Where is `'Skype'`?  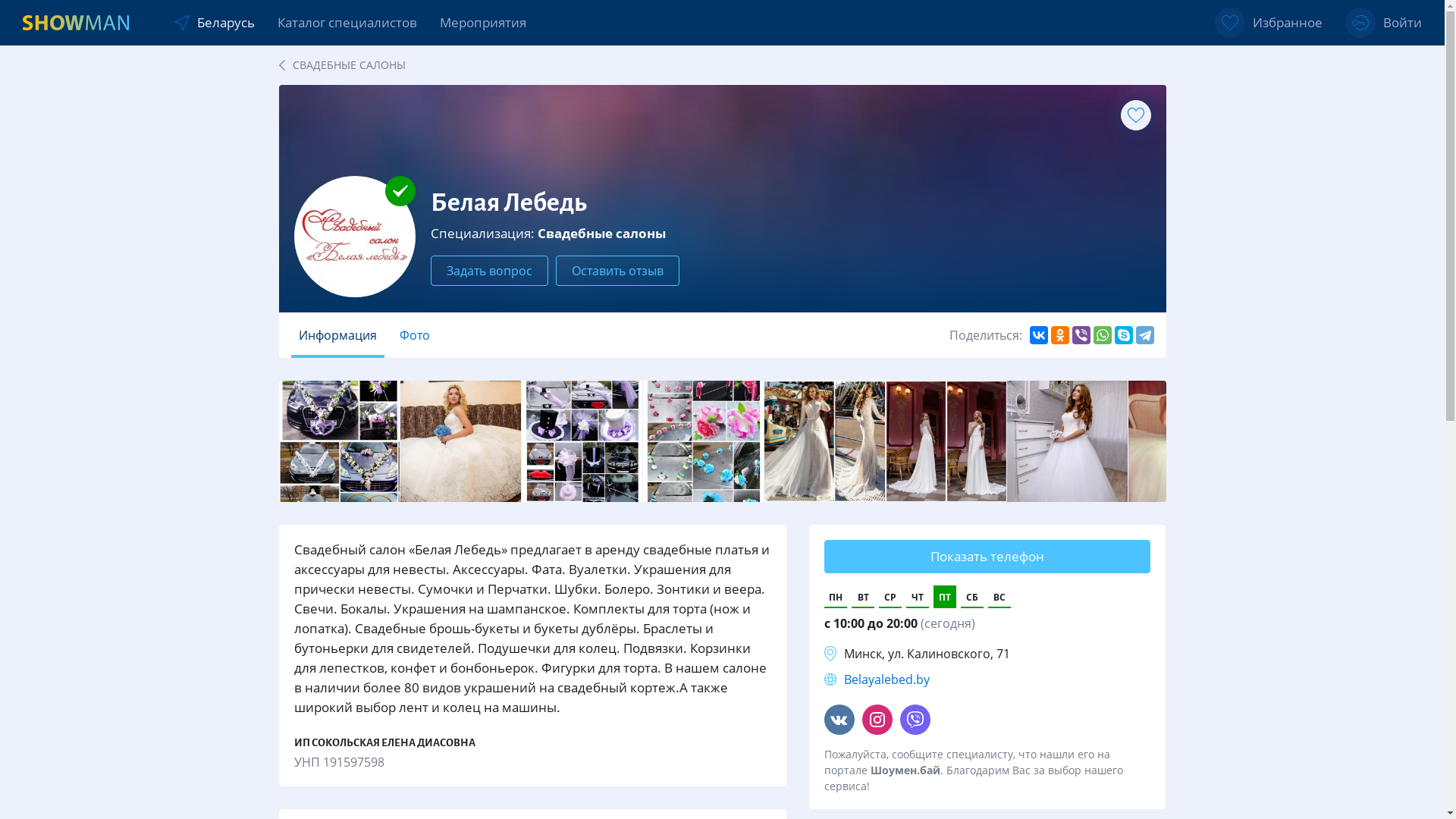 'Skype' is located at coordinates (1124, 334).